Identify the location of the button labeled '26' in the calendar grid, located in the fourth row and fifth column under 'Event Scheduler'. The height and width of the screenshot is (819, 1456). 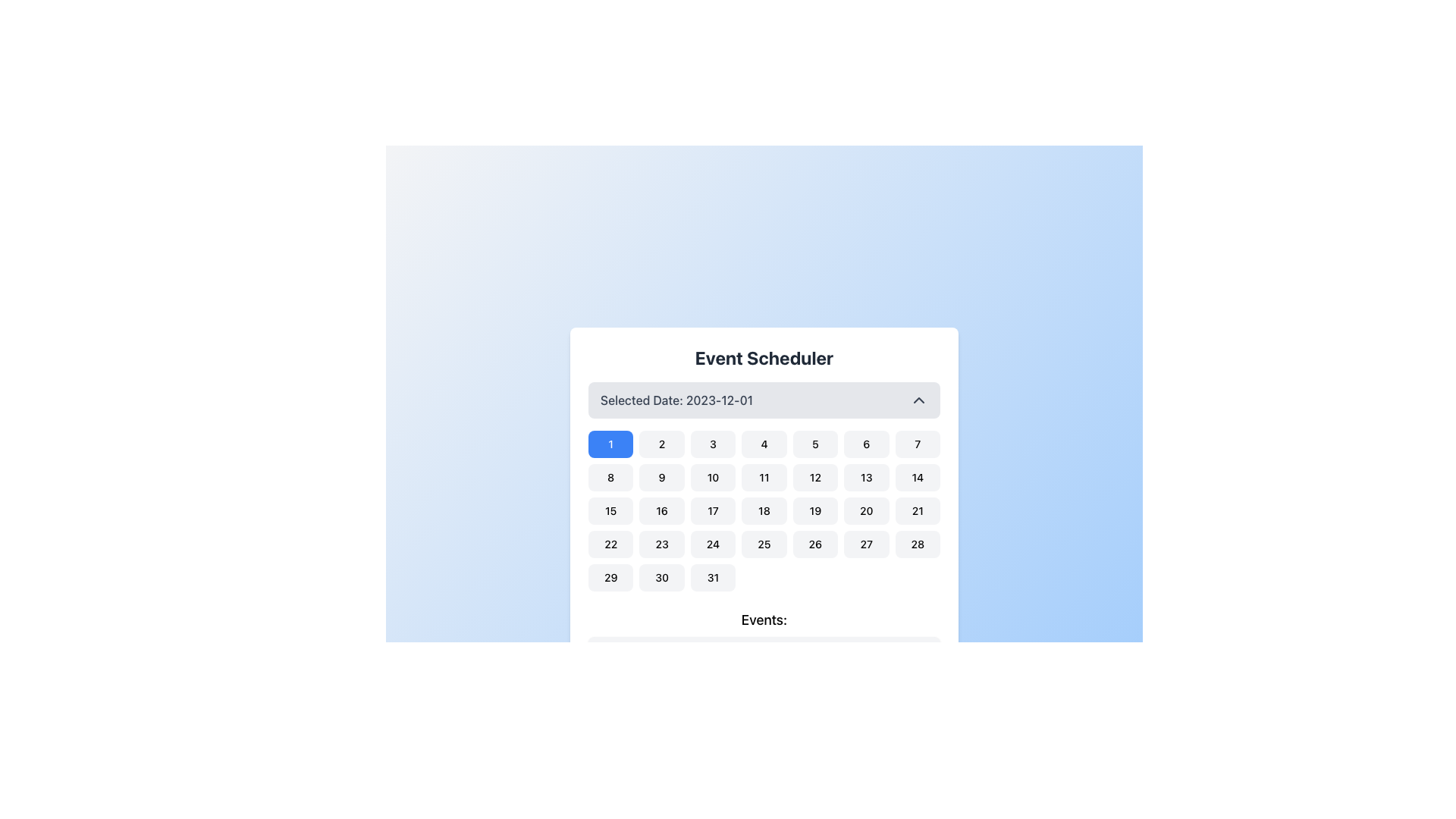
(814, 543).